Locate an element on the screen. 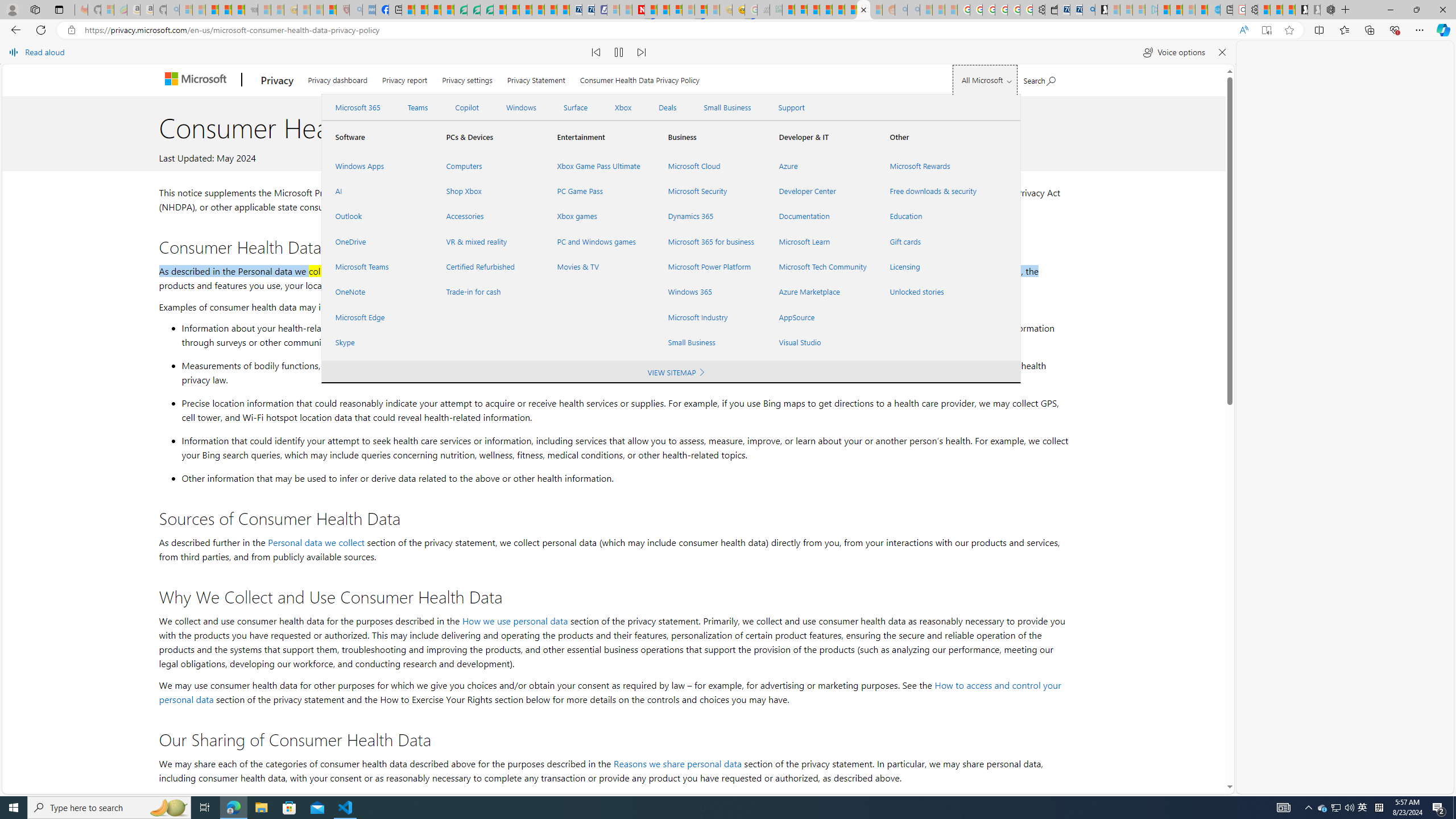 The image size is (1456, 819). 'Copilot' is located at coordinates (466, 107).